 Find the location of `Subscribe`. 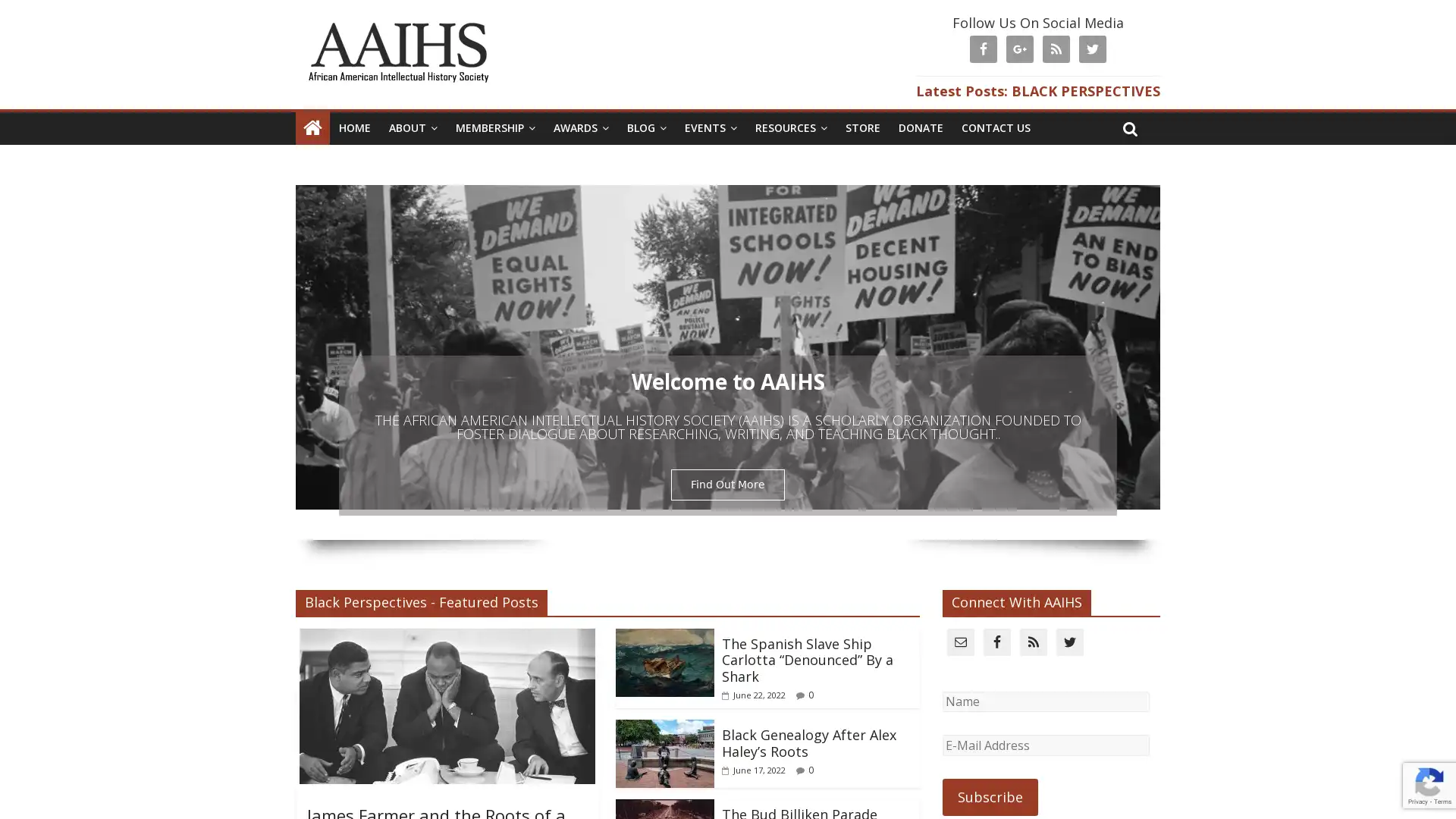

Subscribe is located at coordinates (990, 795).